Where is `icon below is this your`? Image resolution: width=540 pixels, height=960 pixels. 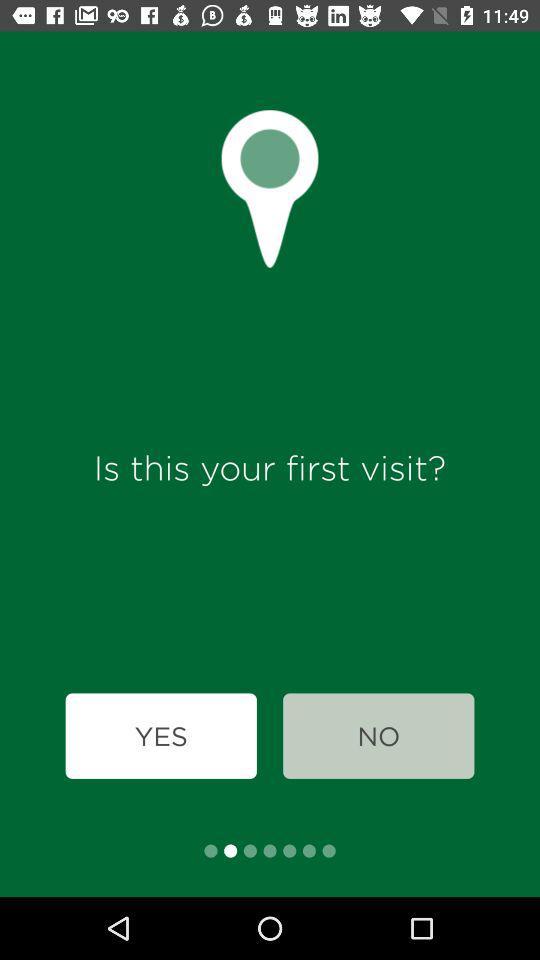
icon below is this your is located at coordinates (160, 735).